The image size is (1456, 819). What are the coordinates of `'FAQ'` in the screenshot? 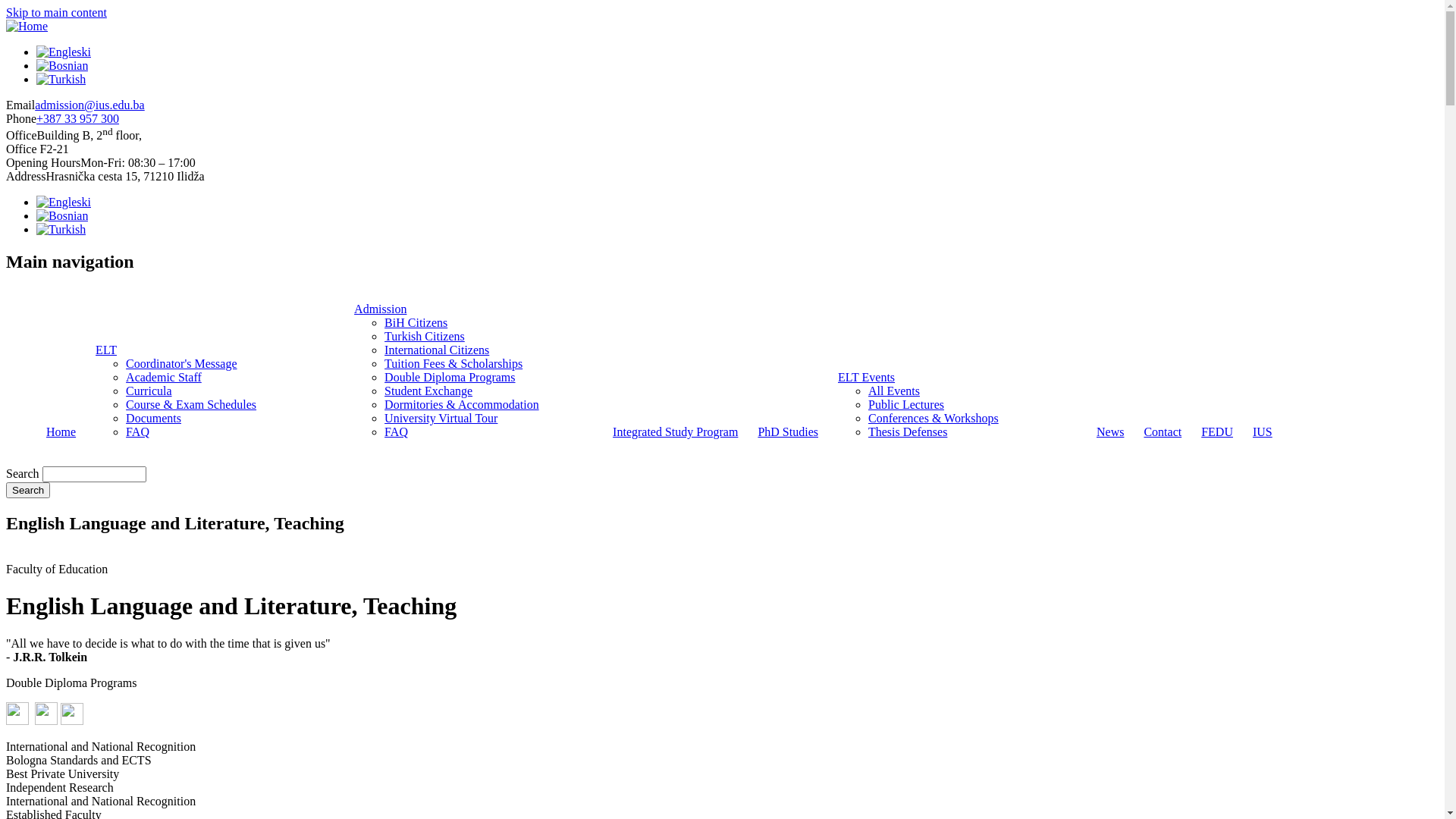 It's located at (137, 431).